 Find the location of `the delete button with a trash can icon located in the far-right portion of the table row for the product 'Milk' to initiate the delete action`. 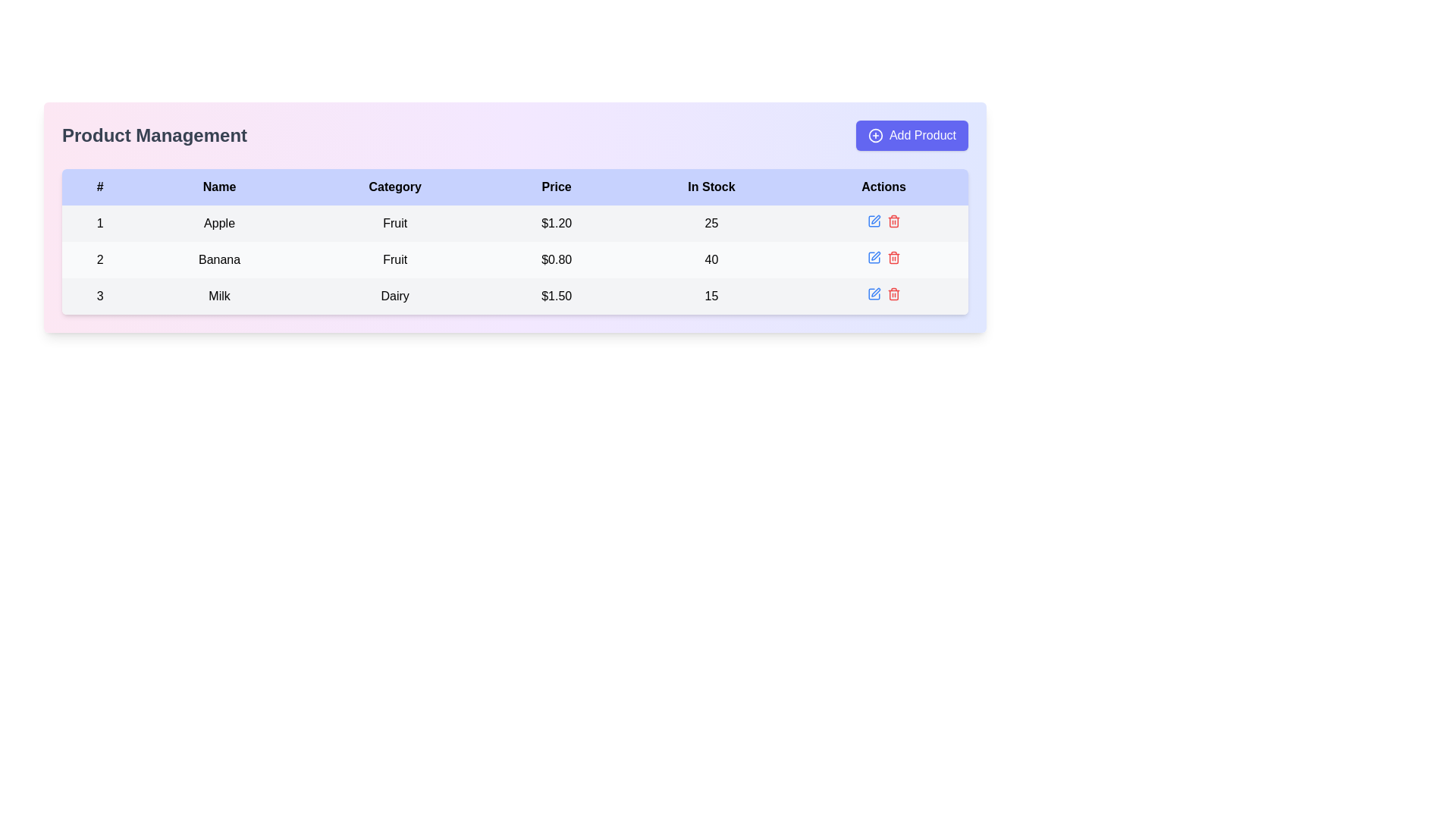

the delete button with a trash can icon located in the far-right portion of the table row for the product 'Milk' to initiate the delete action is located at coordinates (893, 294).